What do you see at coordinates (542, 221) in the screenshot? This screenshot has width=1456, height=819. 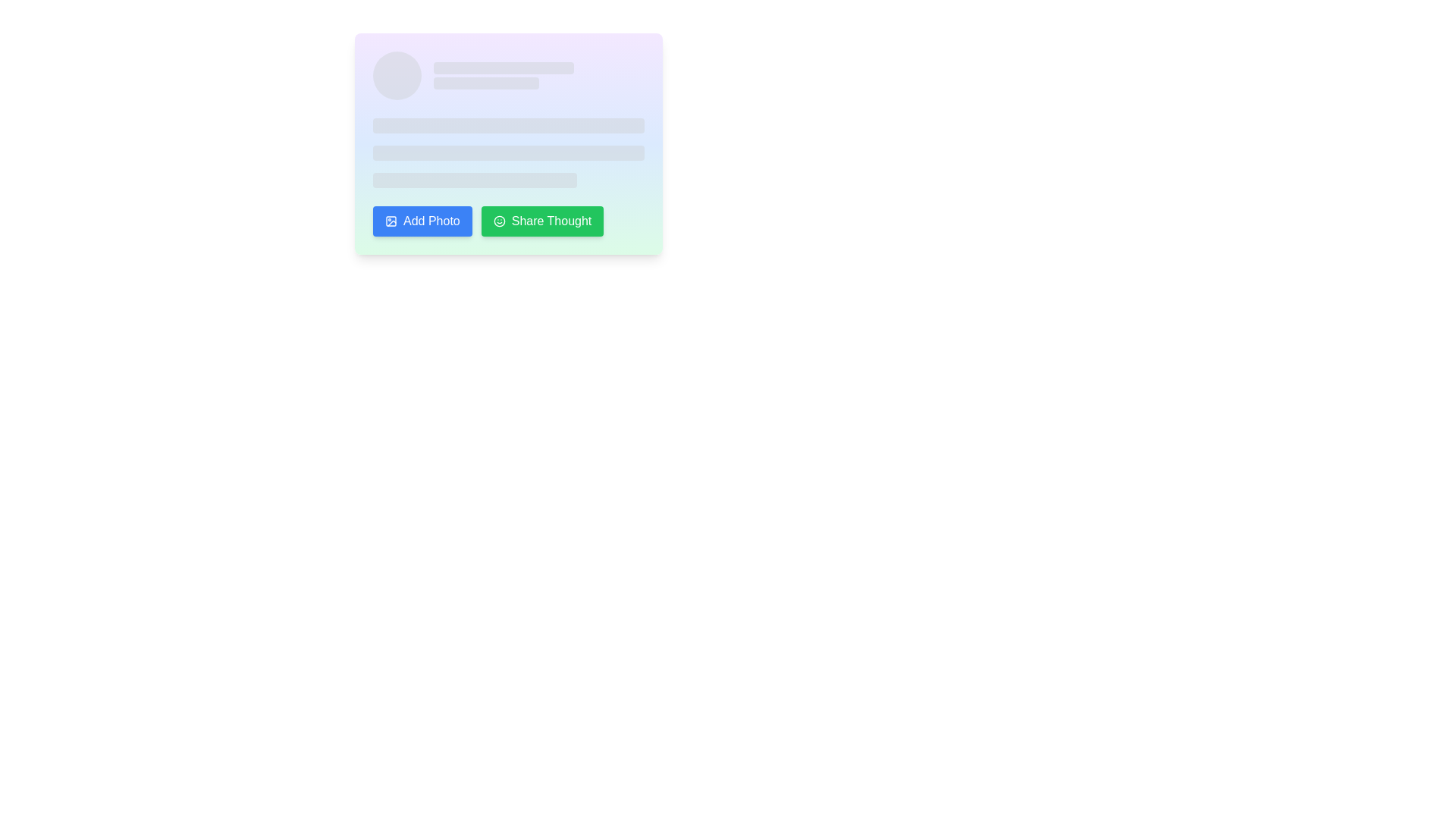 I see `the 'Share Thought' button, which has a green background, white text, and a smiley face icon` at bounding box center [542, 221].